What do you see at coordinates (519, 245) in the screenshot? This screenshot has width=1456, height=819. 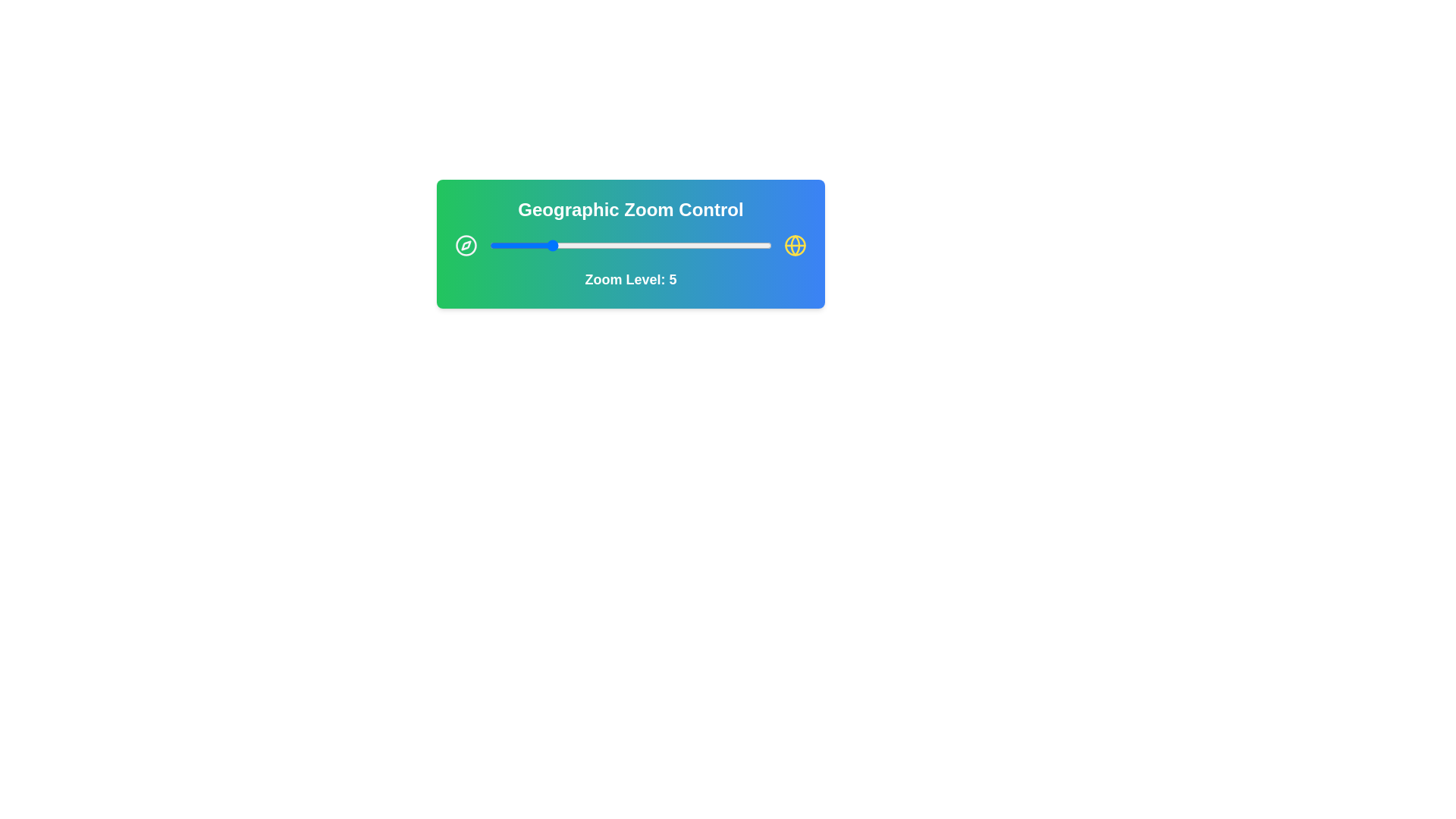 I see `the zoom level to 3 by interacting with the slider` at bounding box center [519, 245].